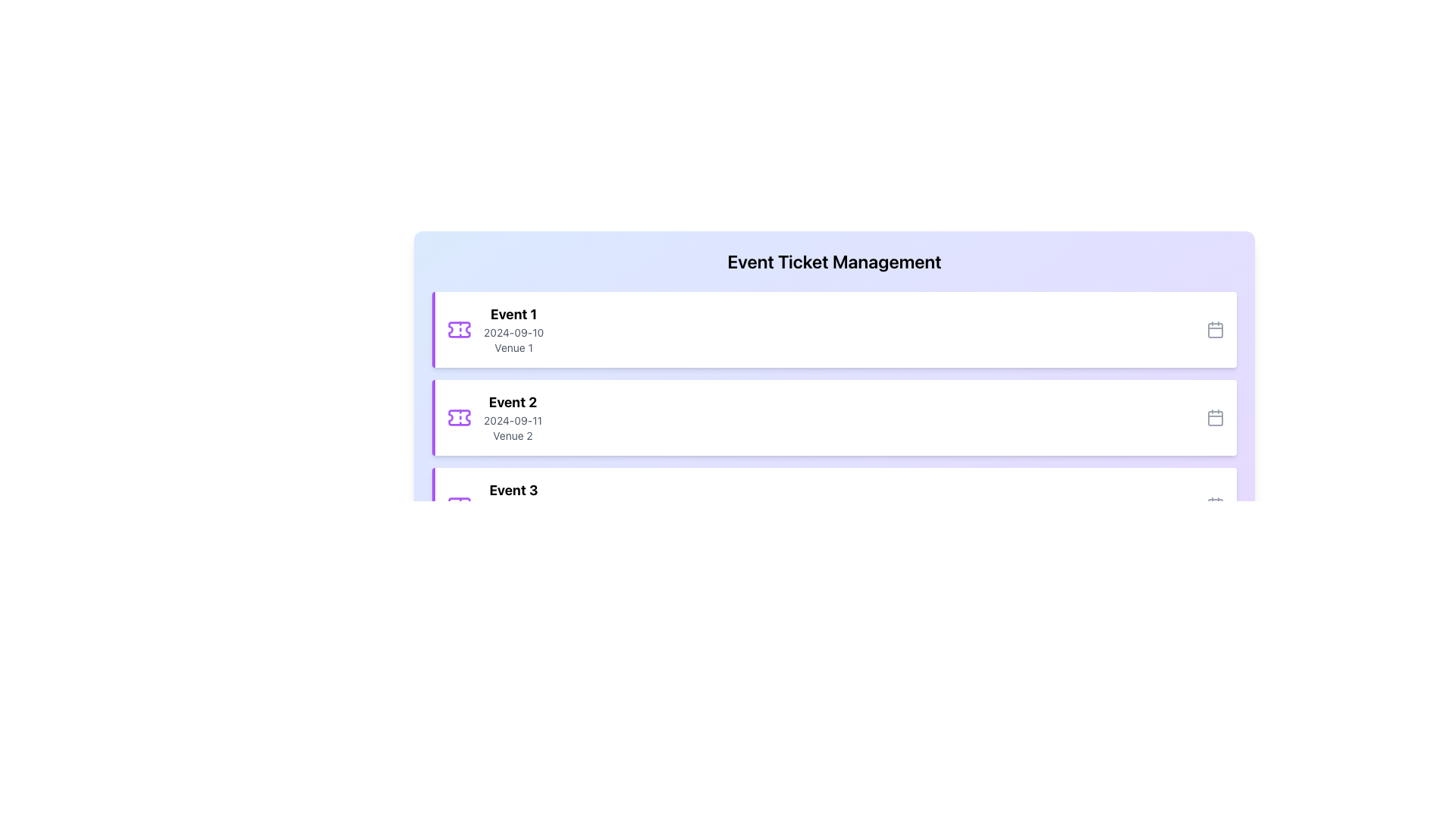  What do you see at coordinates (1216, 418) in the screenshot?
I see `the rounded-corner rectangle inside the second calendar icon located on the right side of the event list` at bounding box center [1216, 418].